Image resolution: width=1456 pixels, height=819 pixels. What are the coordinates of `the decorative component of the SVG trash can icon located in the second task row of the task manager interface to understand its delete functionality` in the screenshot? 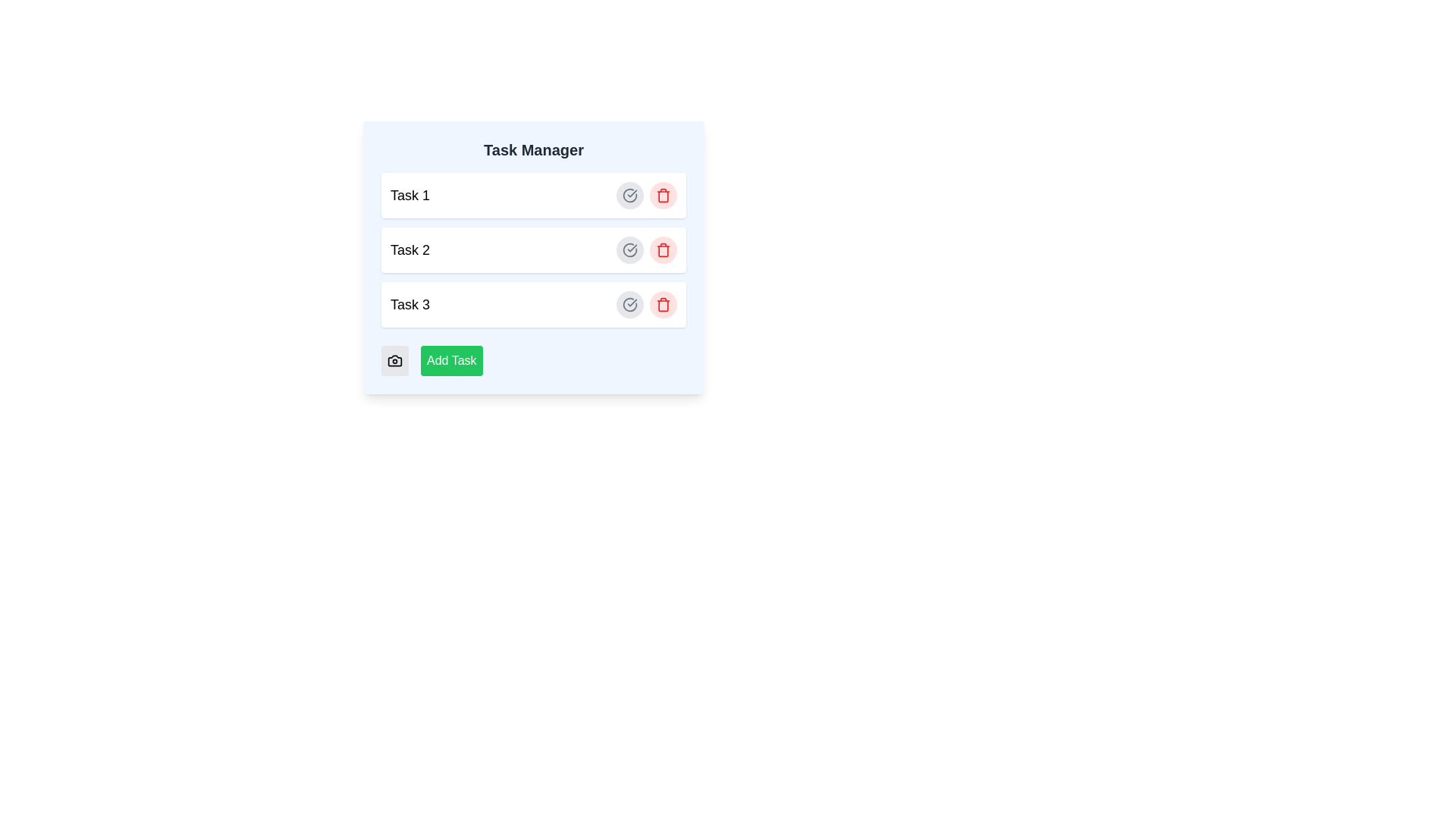 It's located at (663, 250).